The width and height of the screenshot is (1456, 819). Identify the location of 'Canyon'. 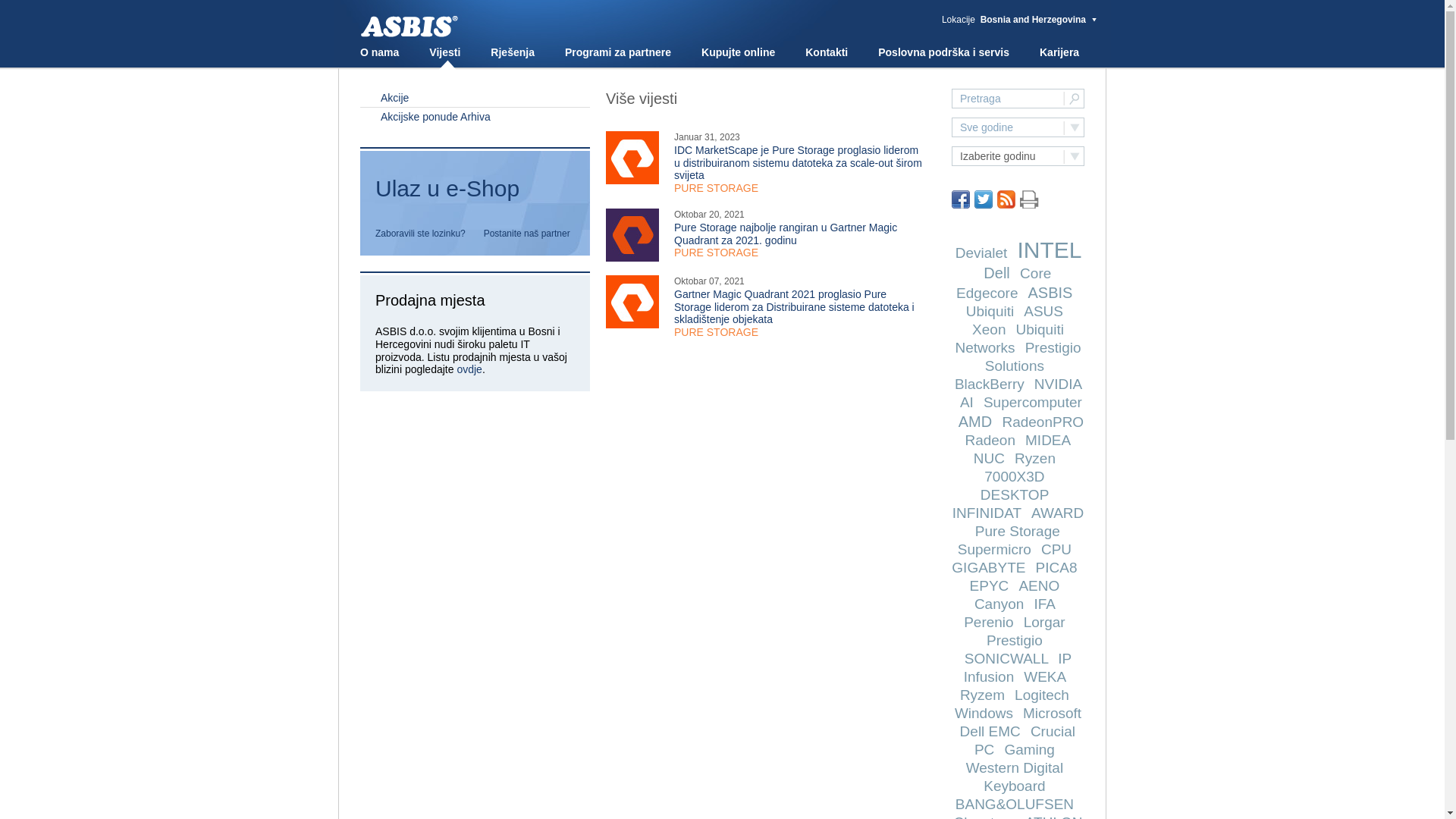
(974, 603).